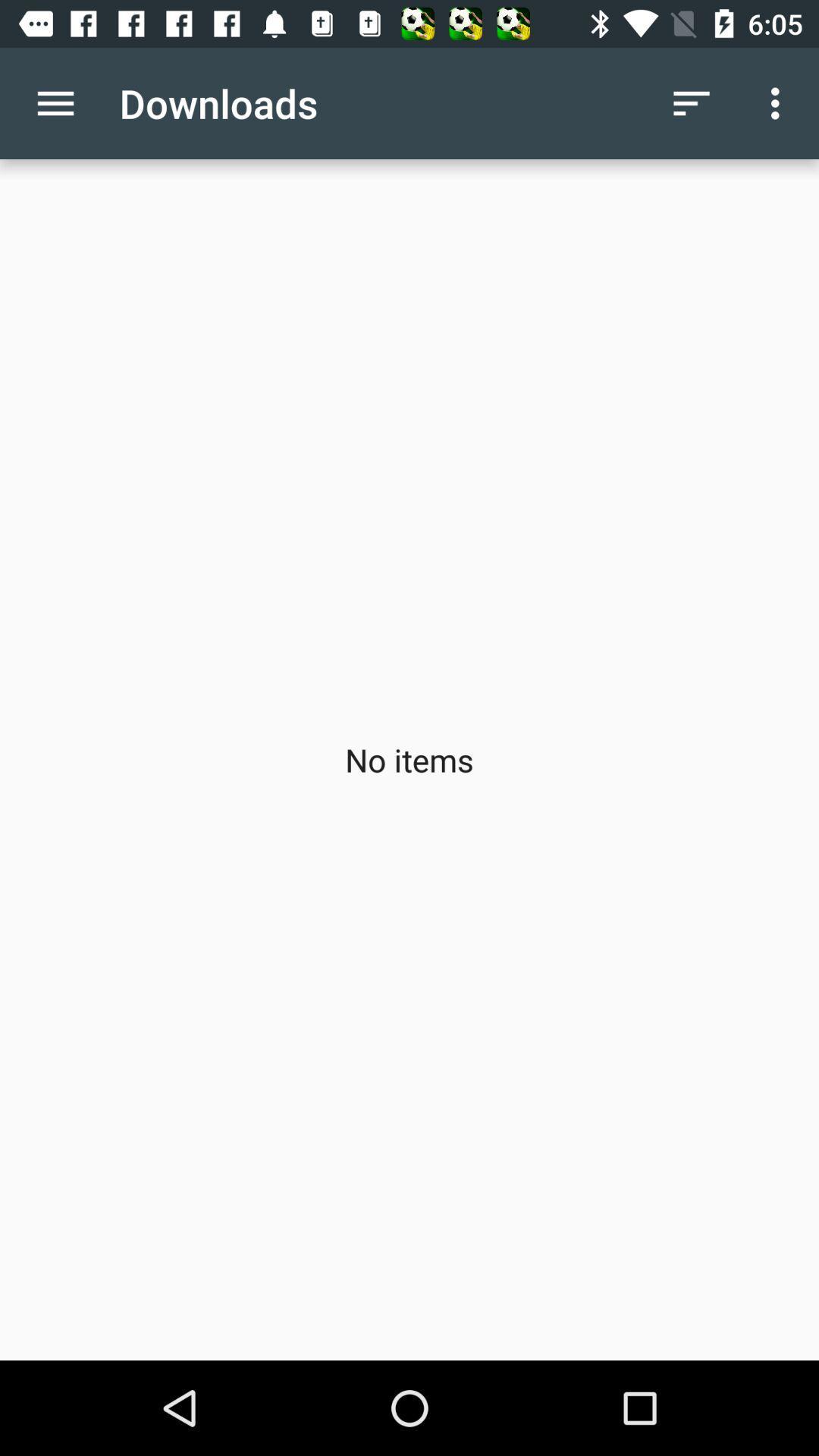  What do you see at coordinates (55, 102) in the screenshot?
I see `the app to the left of downloads` at bounding box center [55, 102].